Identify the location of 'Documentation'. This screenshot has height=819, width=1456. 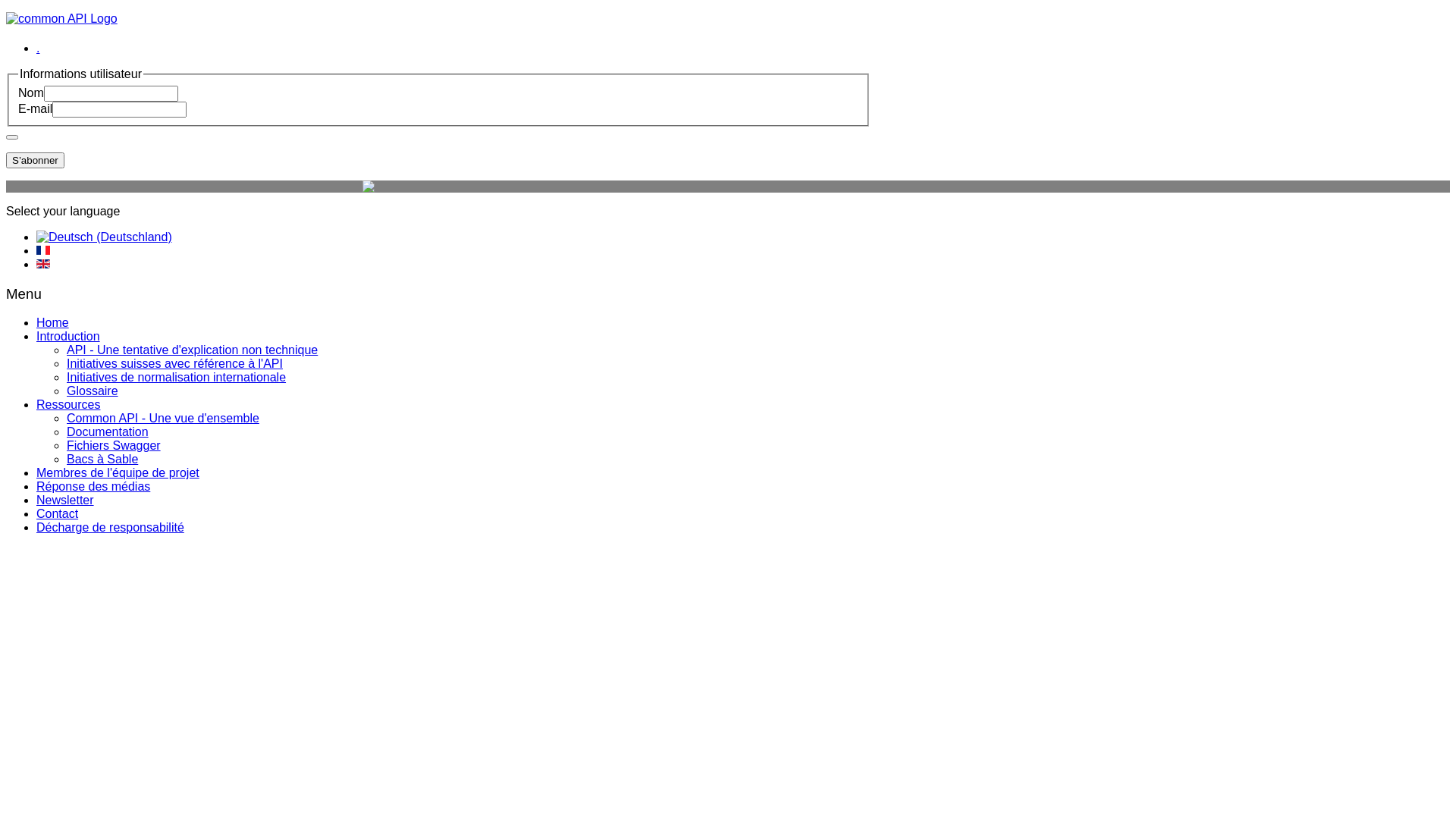
(107, 431).